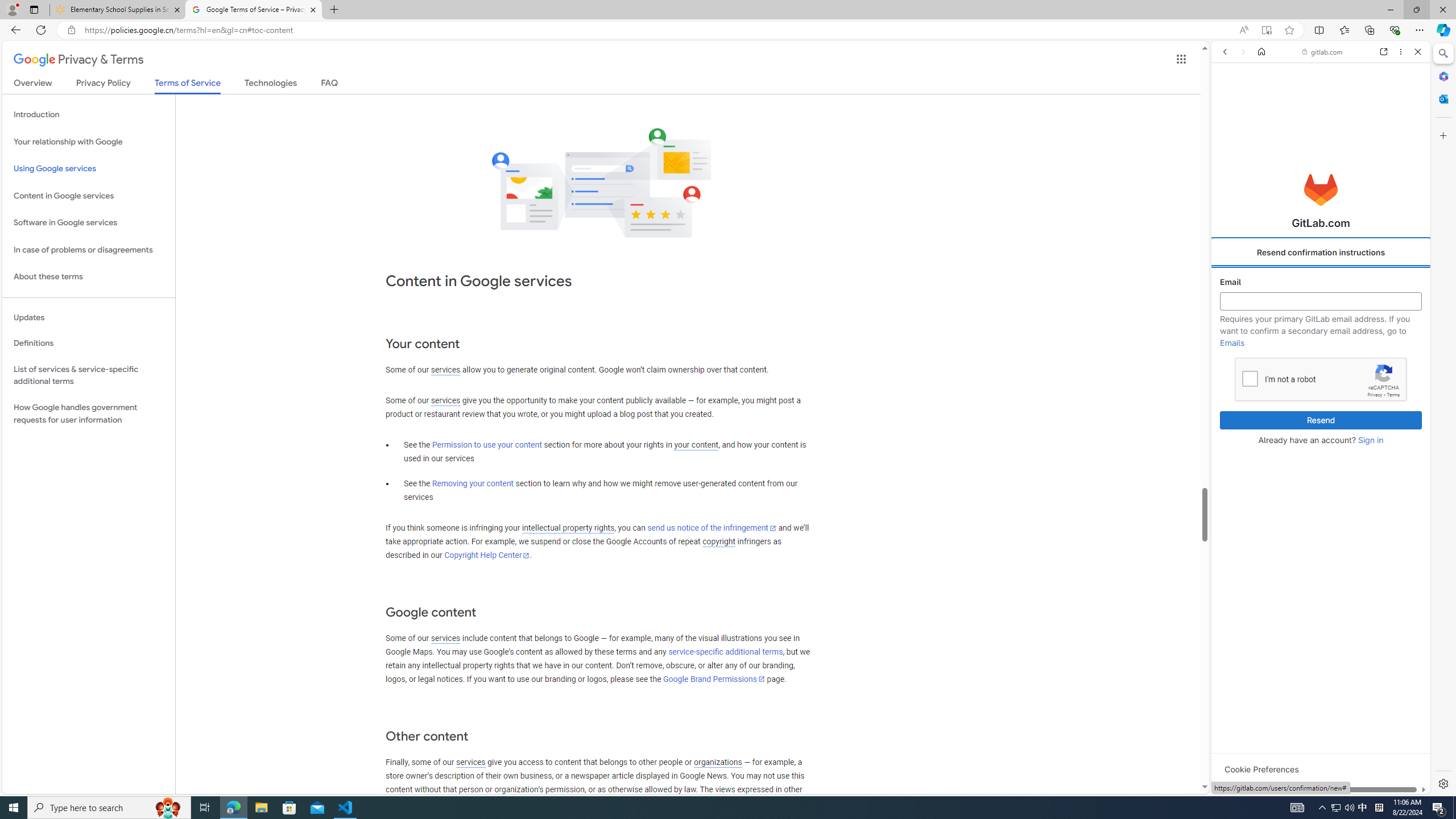 This screenshot has width=1456, height=819. What do you see at coordinates (1250, 378) in the screenshot?
I see `'I'` at bounding box center [1250, 378].